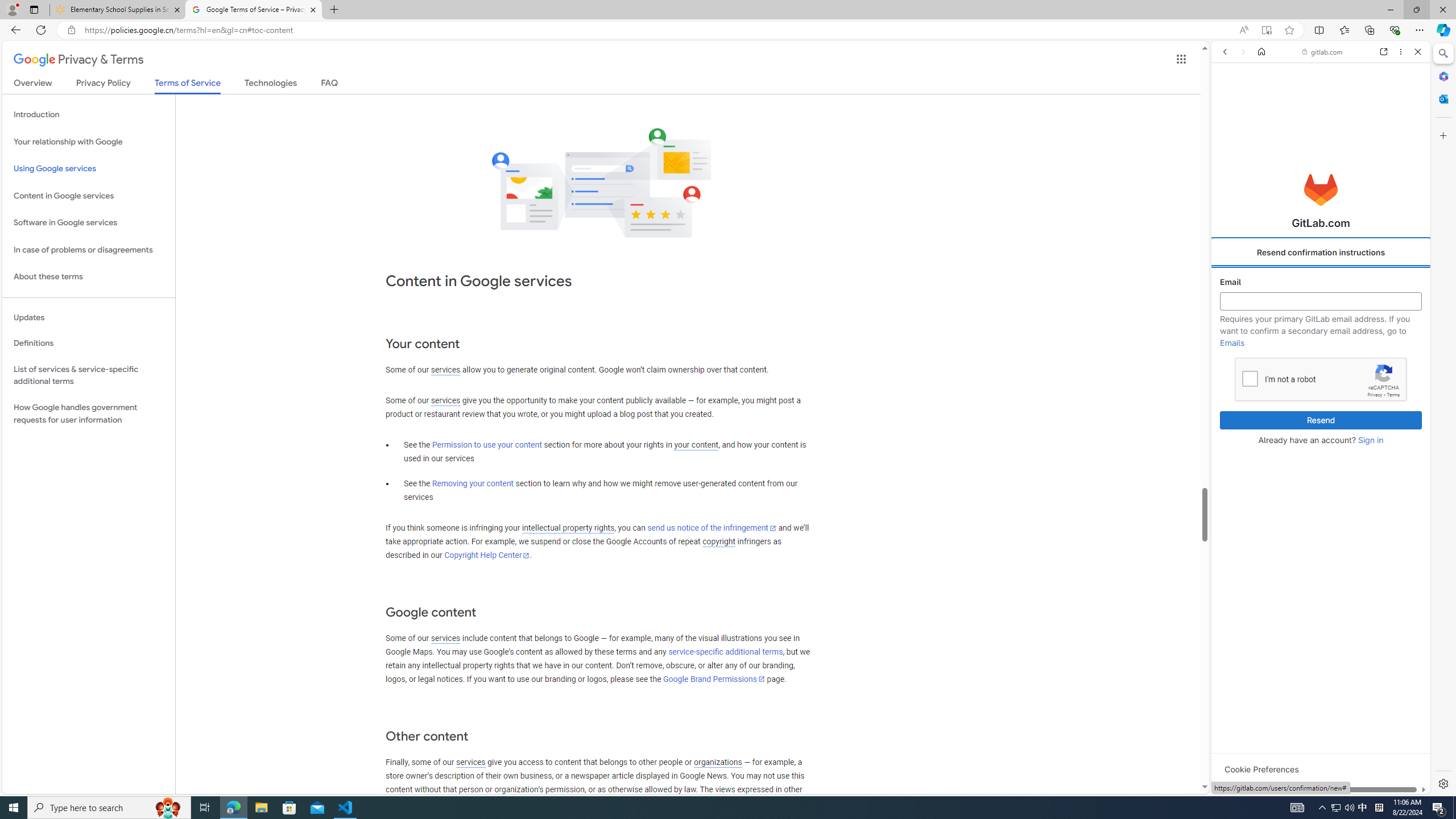 This screenshot has width=1456, height=819. What do you see at coordinates (1250, 378) in the screenshot?
I see `'I'` at bounding box center [1250, 378].